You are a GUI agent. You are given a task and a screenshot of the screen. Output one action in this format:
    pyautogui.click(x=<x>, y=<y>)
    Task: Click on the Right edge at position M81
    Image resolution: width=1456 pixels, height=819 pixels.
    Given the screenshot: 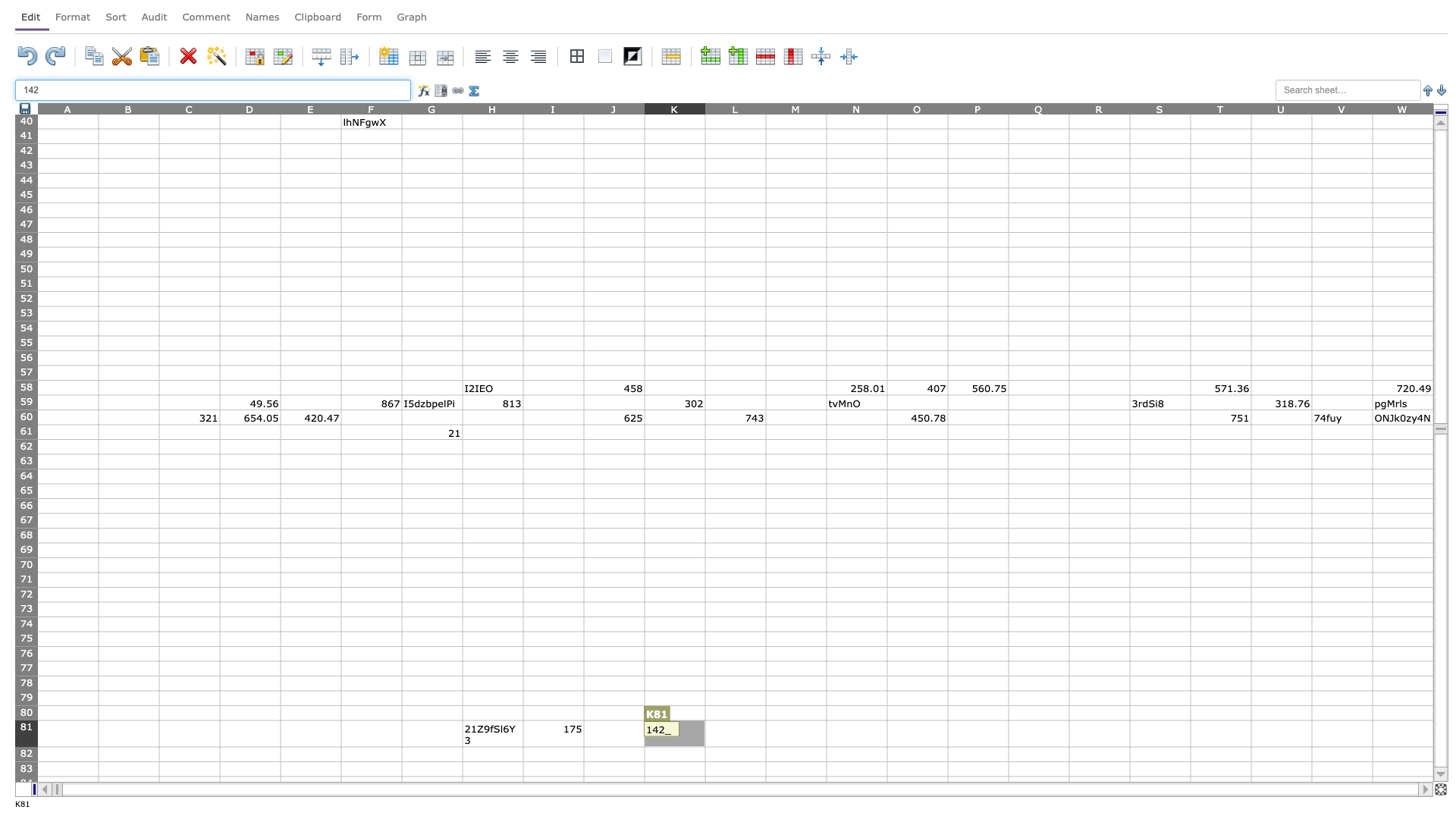 What is the action you would take?
    pyautogui.click(x=825, y=733)
    